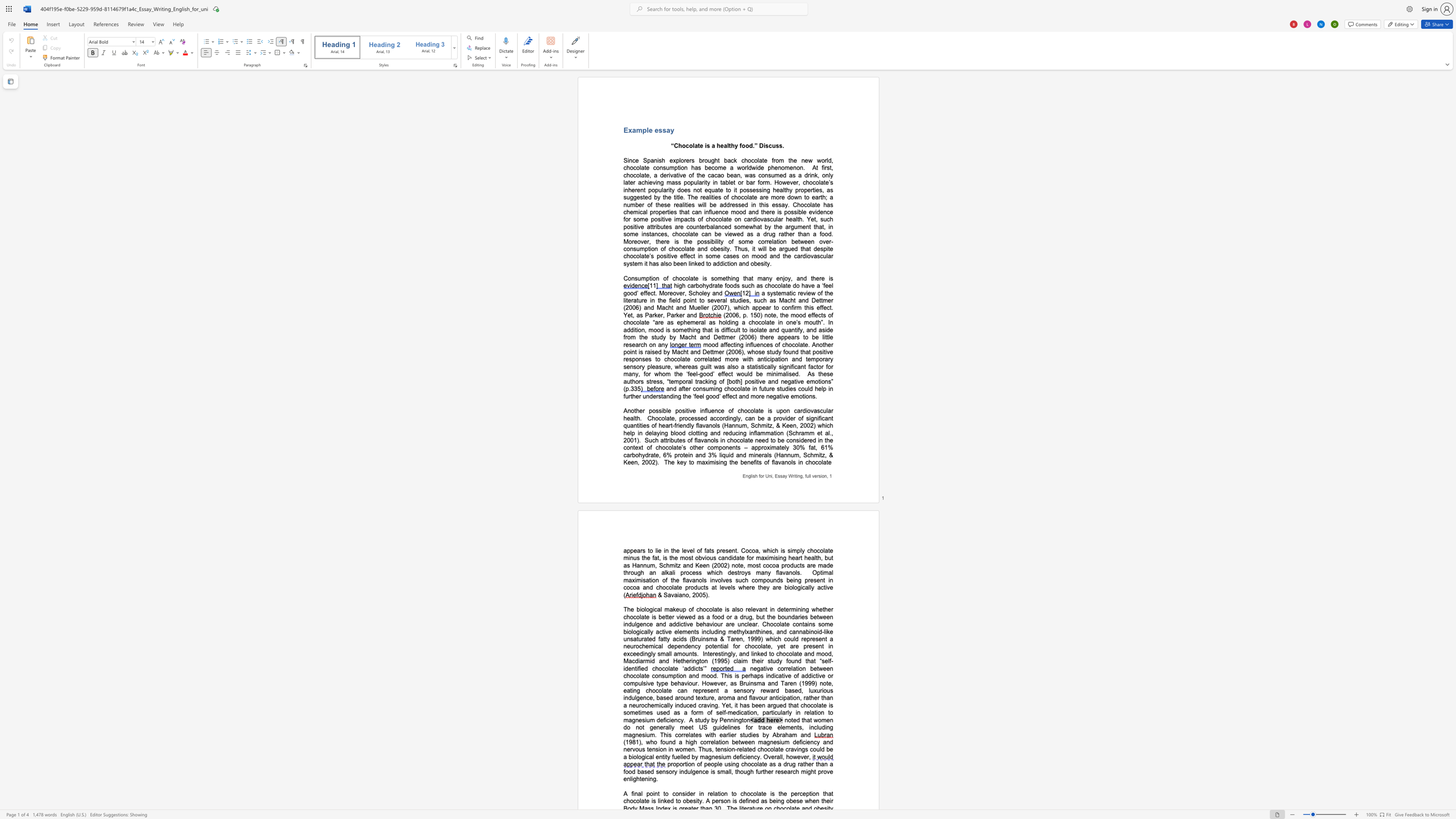 The height and width of the screenshot is (819, 1456). I want to click on the 2th character "r" in the text, so click(767, 233).